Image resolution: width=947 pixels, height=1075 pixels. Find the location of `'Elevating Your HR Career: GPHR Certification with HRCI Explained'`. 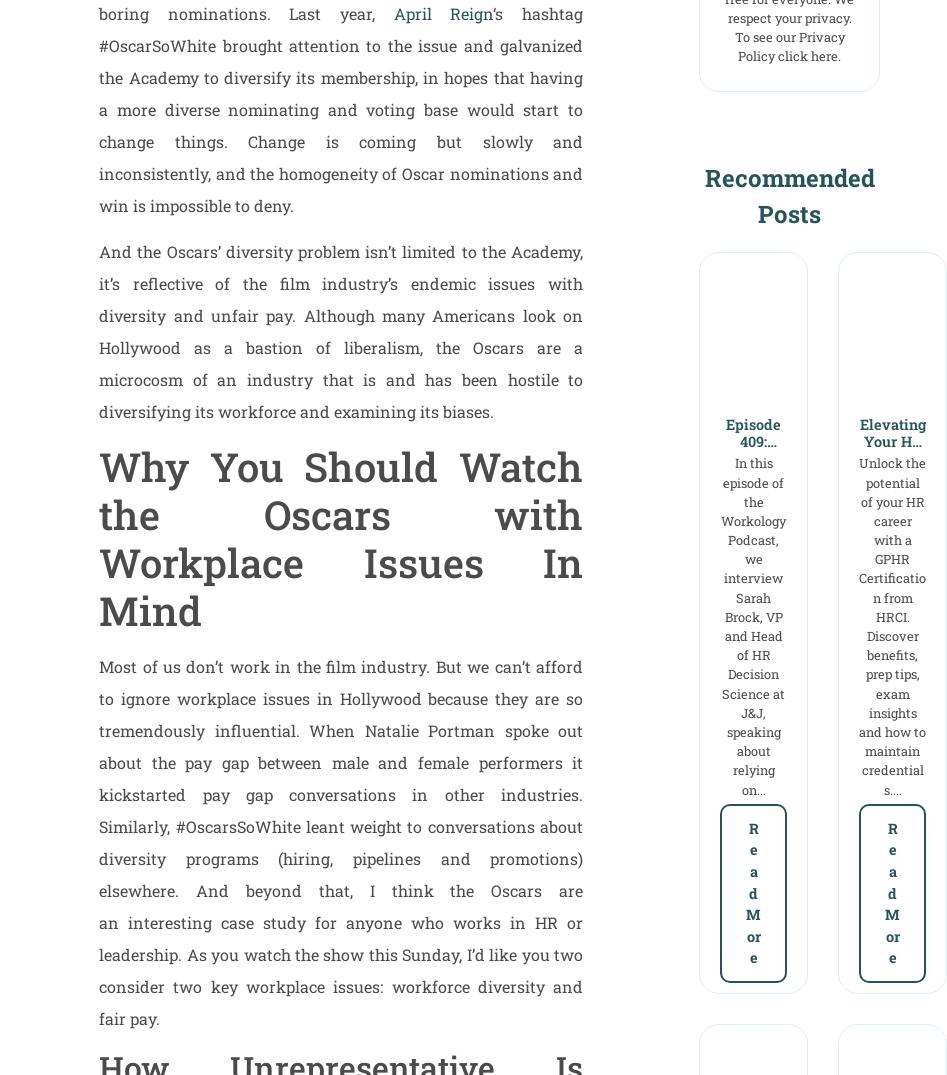

'Elevating Your HR Career: GPHR Certification with HRCI Explained' is located at coordinates (890, 491).